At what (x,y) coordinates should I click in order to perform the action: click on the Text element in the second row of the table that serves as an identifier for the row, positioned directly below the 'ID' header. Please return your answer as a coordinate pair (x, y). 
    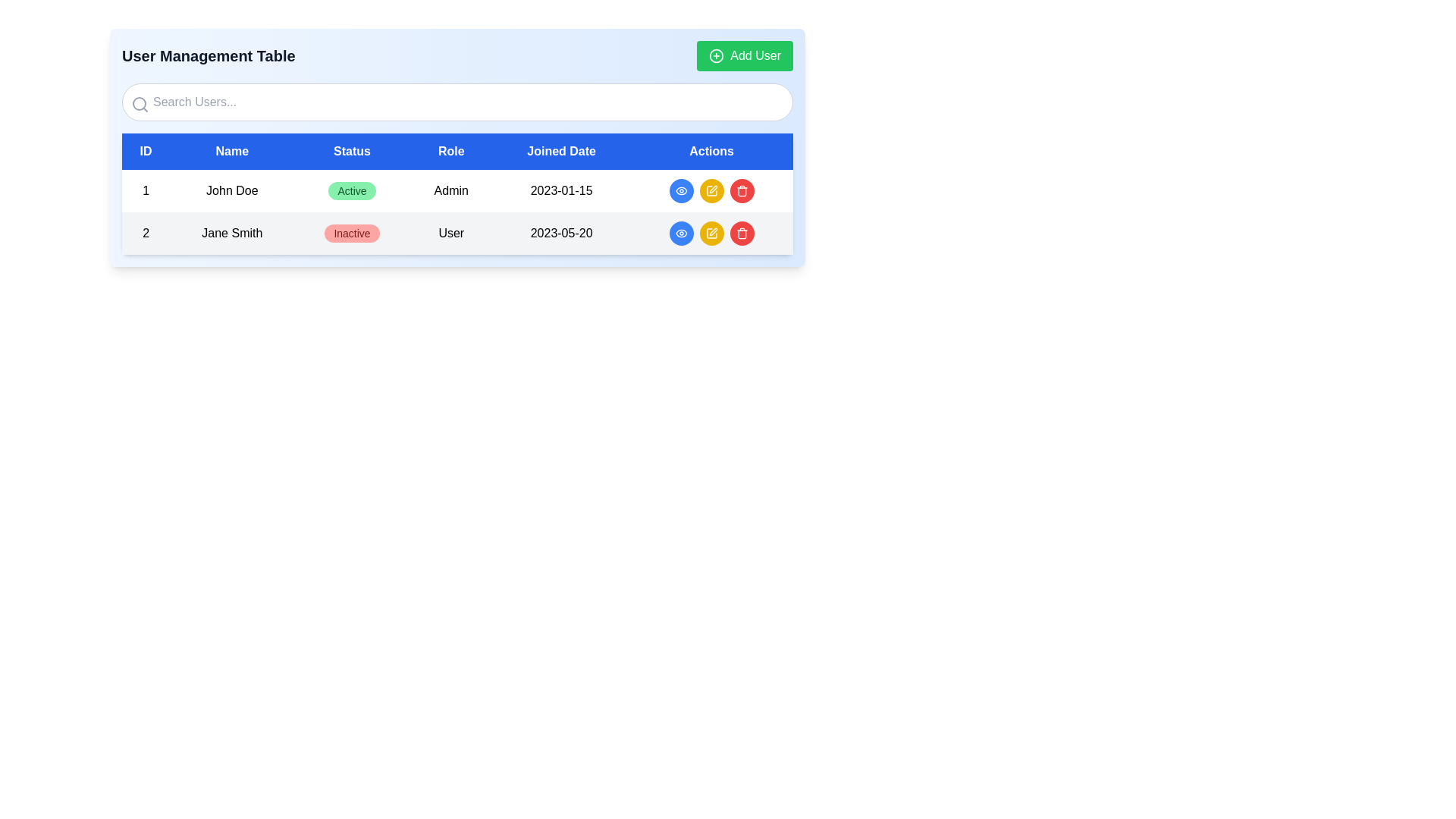
    Looking at the image, I should click on (146, 234).